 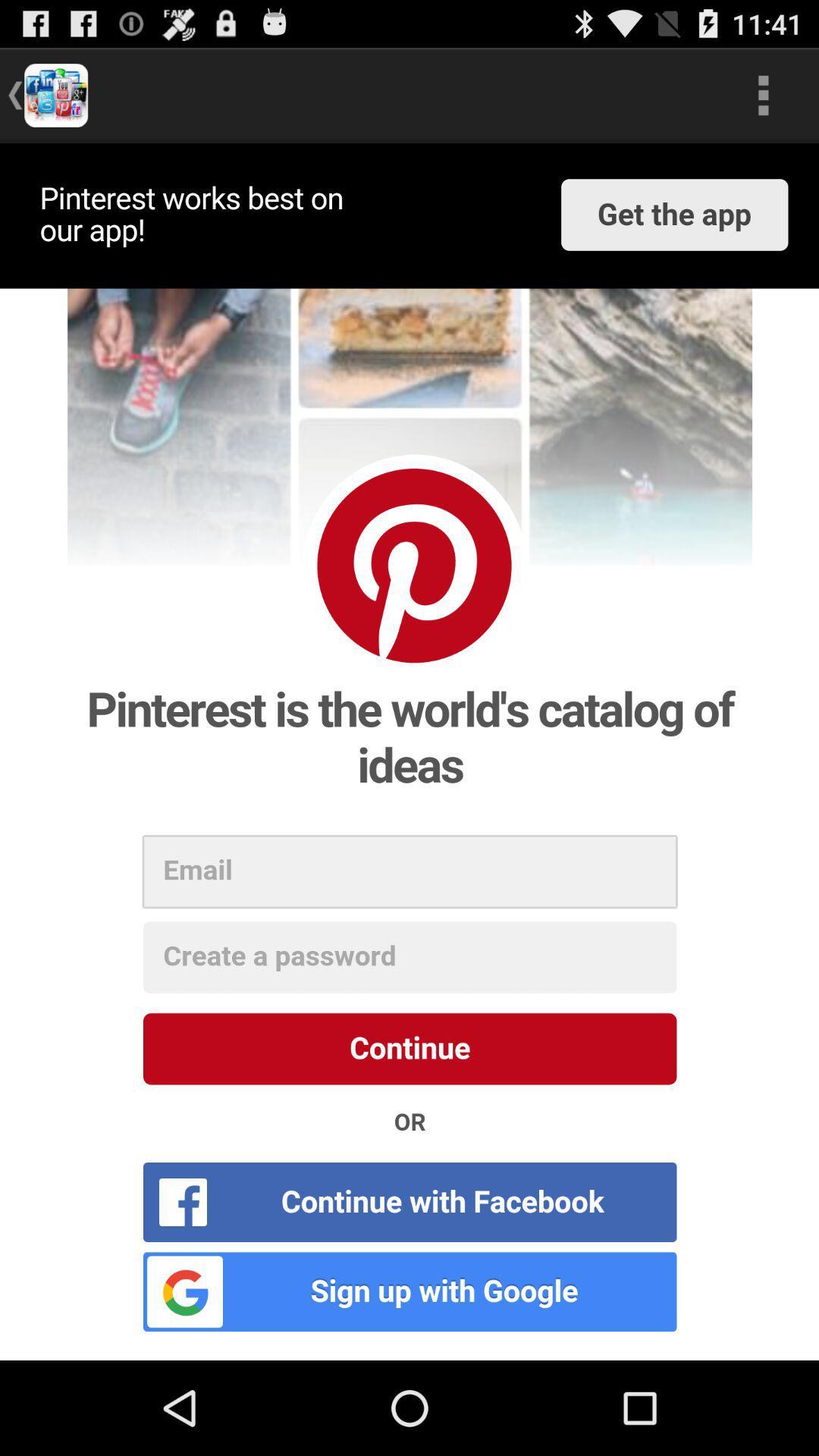 What do you see at coordinates (409, 752) in the screenshot?
I see `use pinterest` at bounding box center [409, 752].